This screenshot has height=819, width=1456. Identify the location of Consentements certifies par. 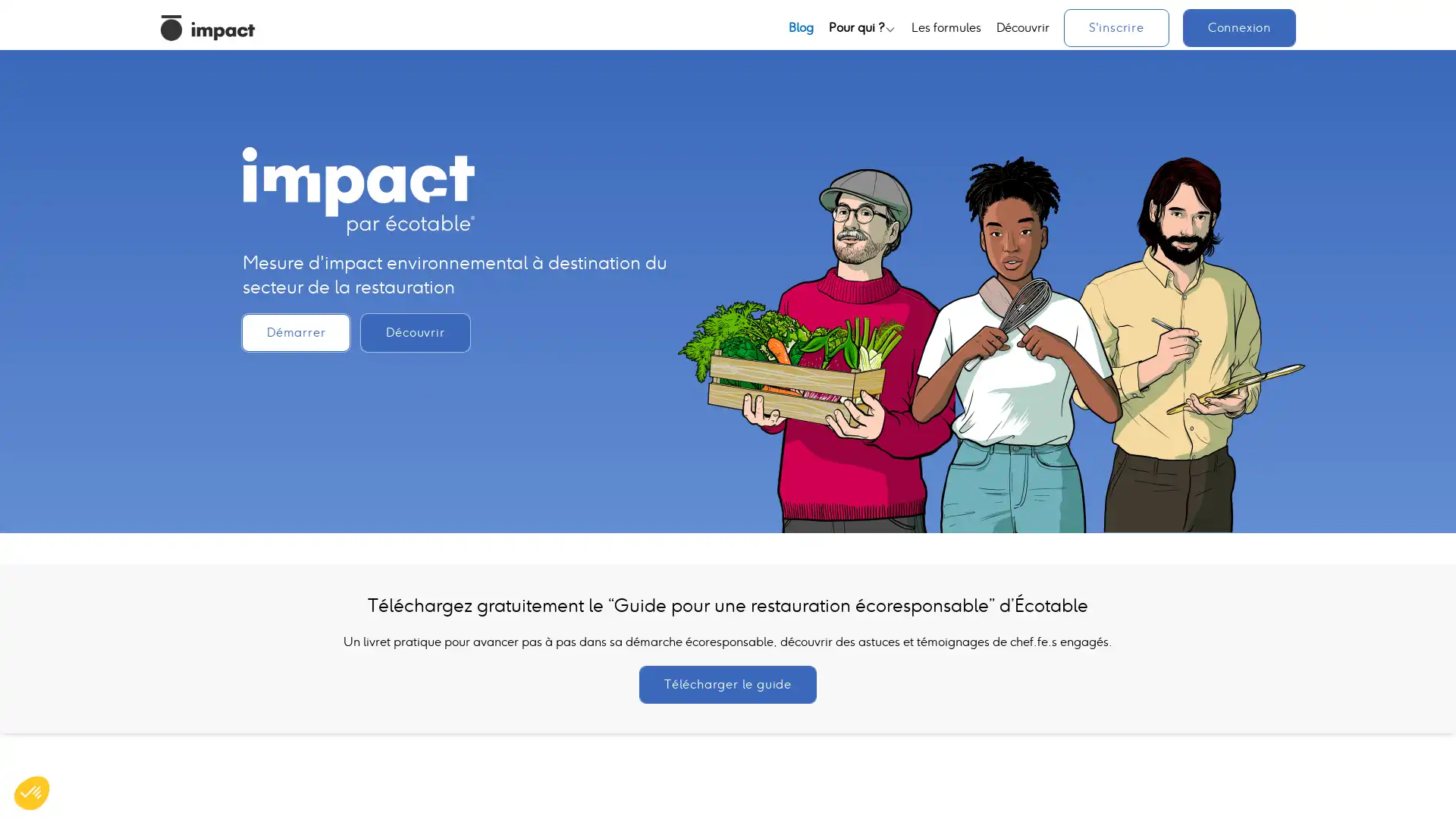
(174, 716).